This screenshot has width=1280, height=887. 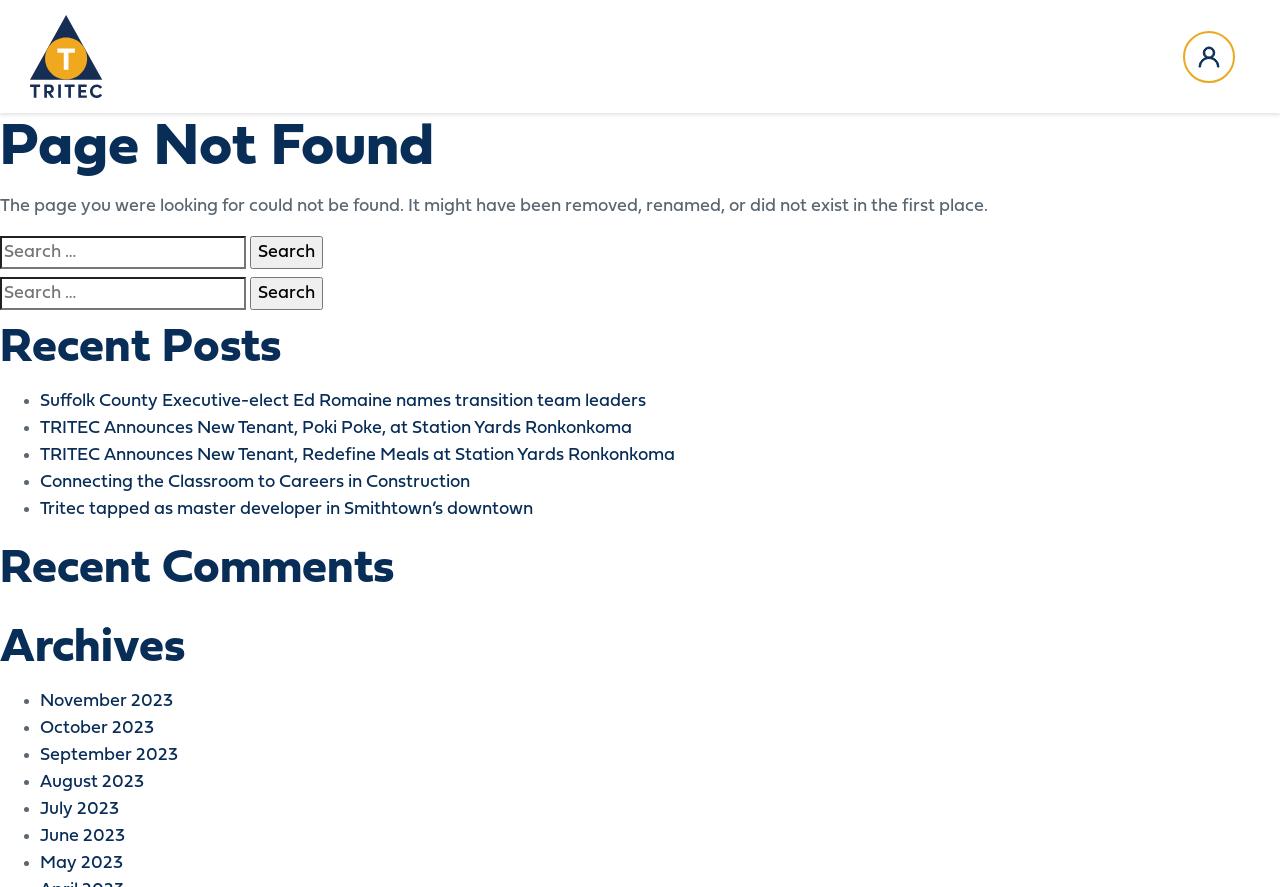 I want to click on 'The page you were looking for could not be found. It might have been removed, renamed, or did not exist in the first place.', so click(x=493, y=206).